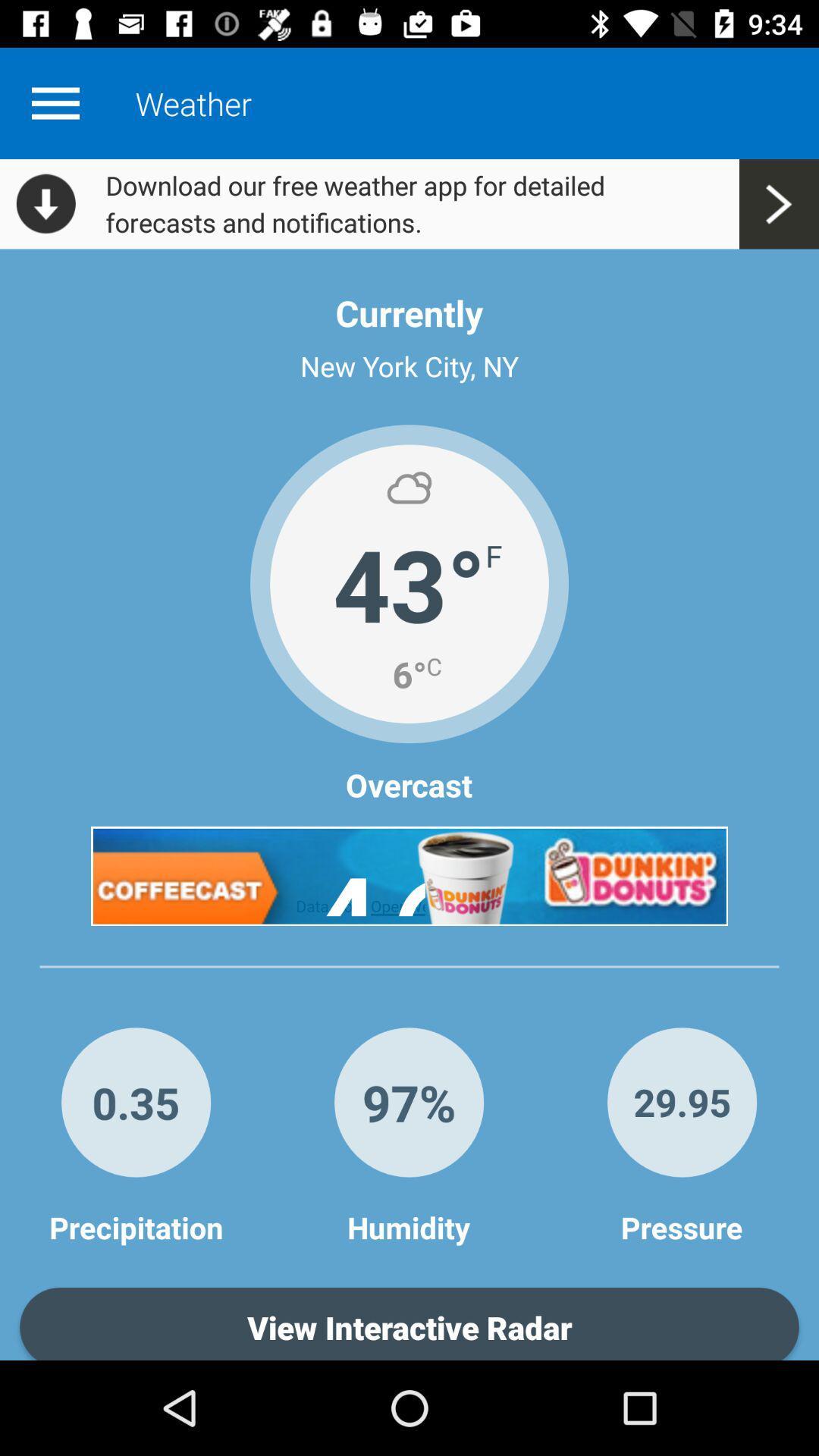  I want to click on open menu, so click(55, 102).